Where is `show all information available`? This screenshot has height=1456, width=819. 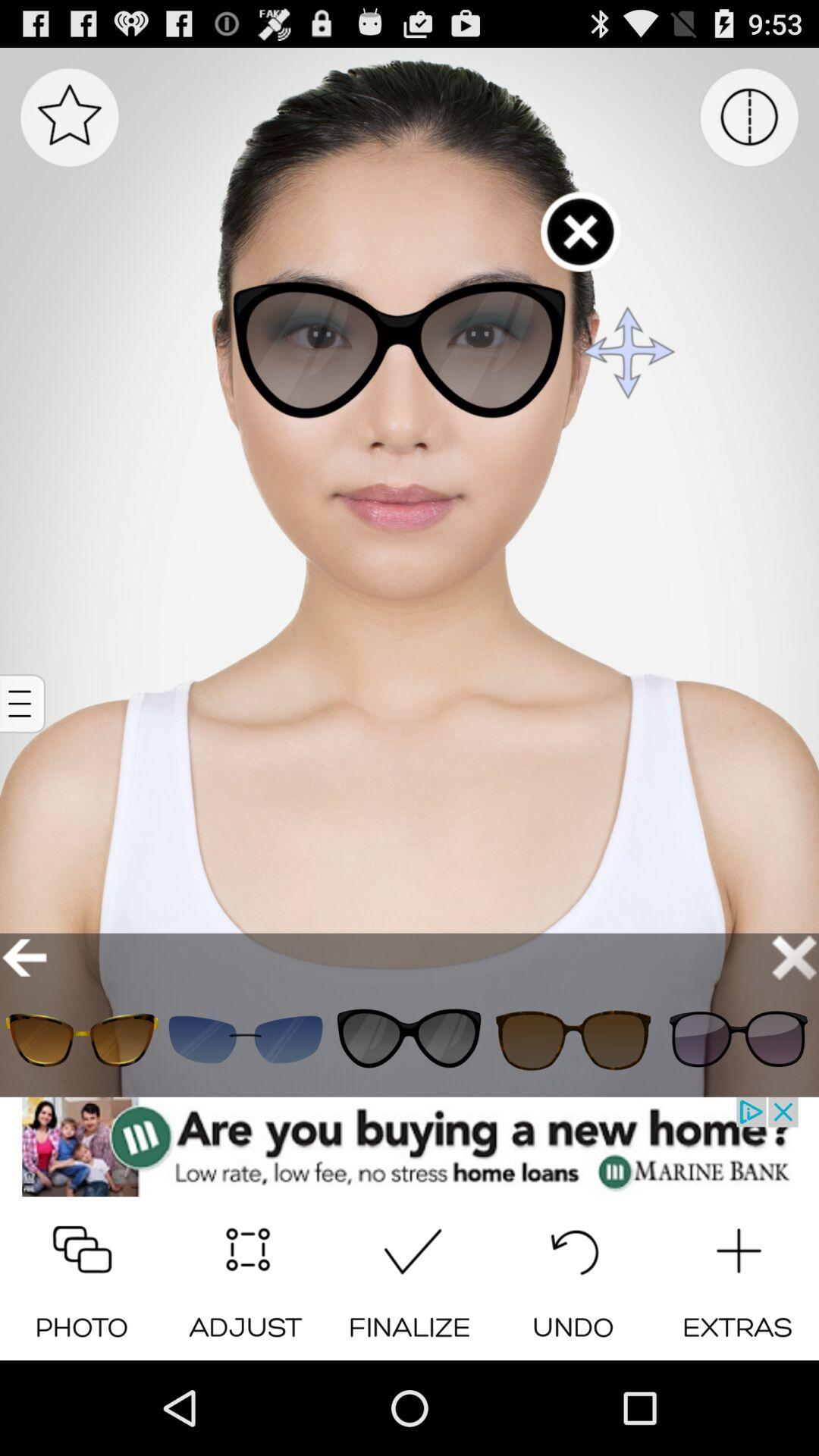
show all information available is located at coordinates (24, 703).